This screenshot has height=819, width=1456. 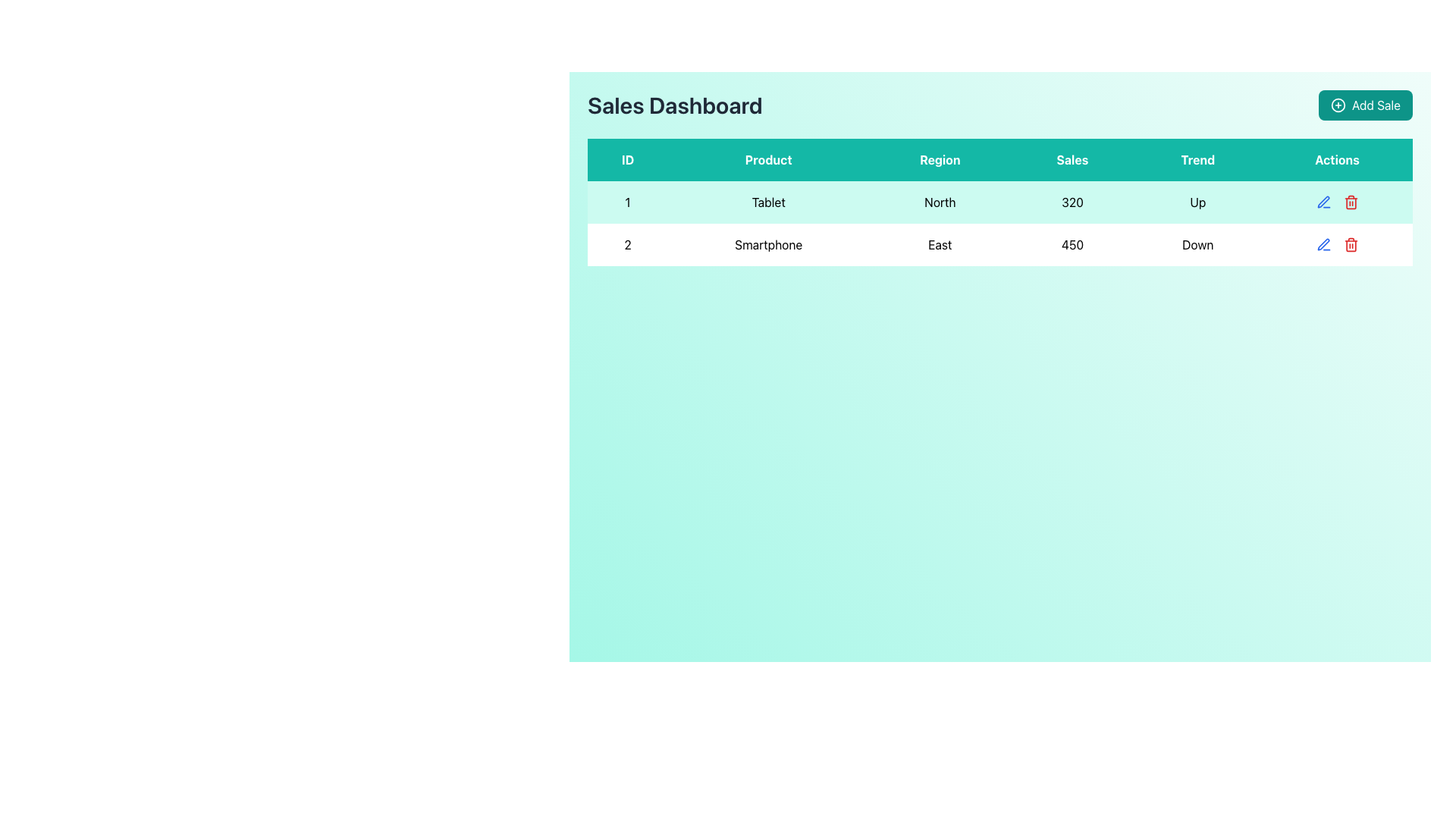 What do you see at coordinates (1072, 201) in the screenshot?
I see `sales figure displayed in the Static Text element located in the 'Sales' column under the 'Tablet' row, which is the fourth cell in the table` at bounding box center [1072, 201].